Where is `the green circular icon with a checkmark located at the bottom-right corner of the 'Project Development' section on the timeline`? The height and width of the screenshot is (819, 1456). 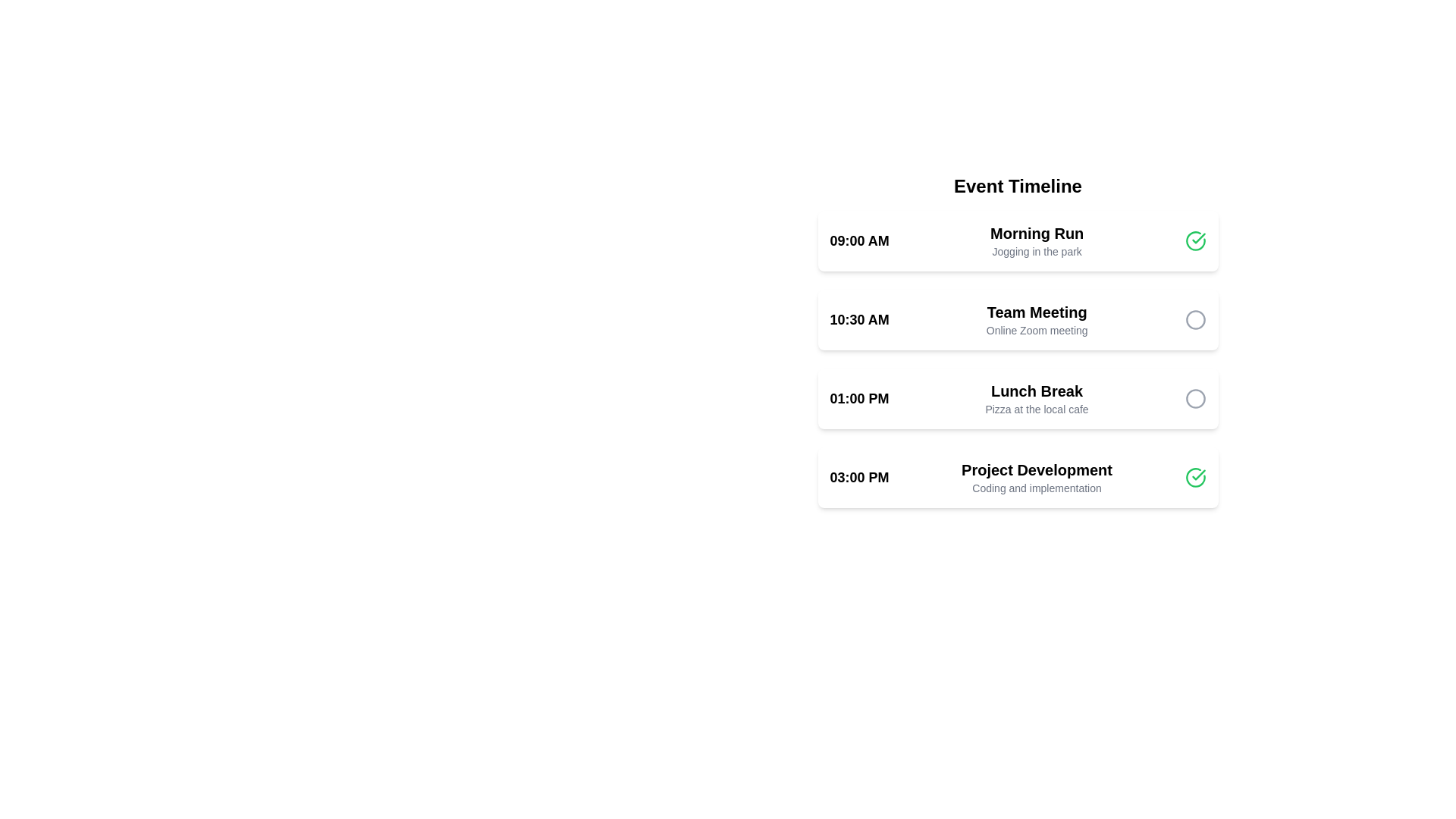 the green circular icon with a checkmark located at the bottom-right corner of the 'Project Development' section on the timeline is located at coordinates (1194, 476).